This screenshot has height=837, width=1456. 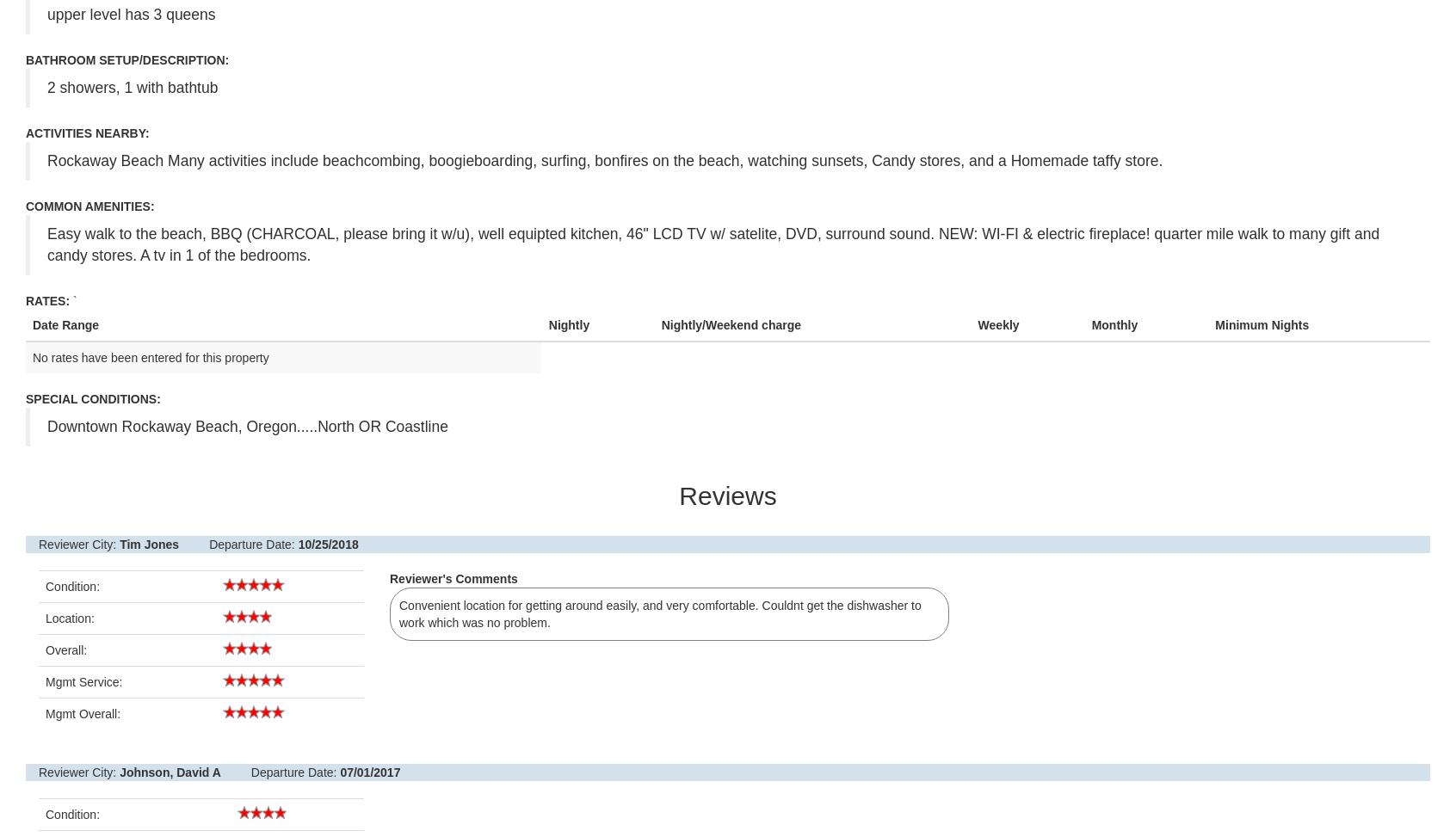 I want to click on 'Reviewer's Comments', so click(x=453, y=578).